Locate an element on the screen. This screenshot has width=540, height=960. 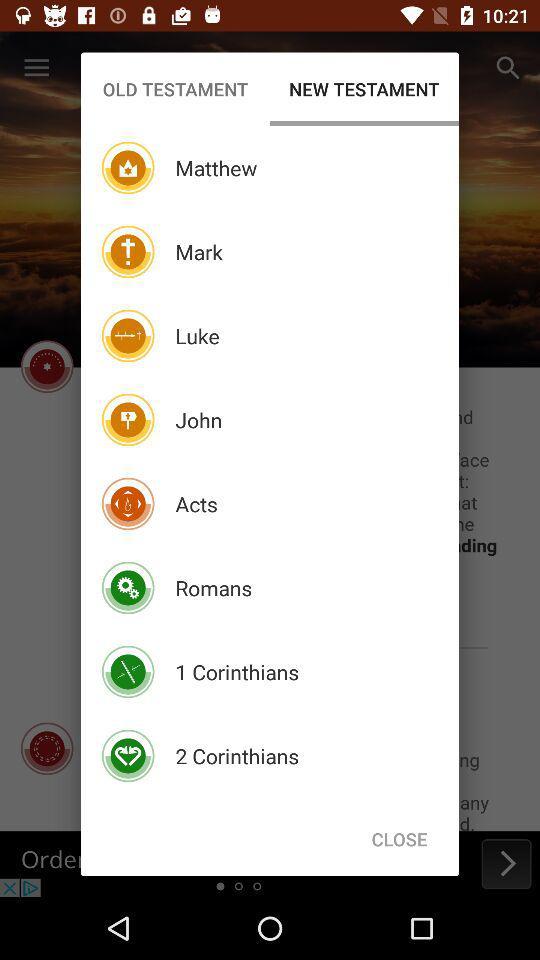
icon below luke icon is located at coordinates (198, 419).